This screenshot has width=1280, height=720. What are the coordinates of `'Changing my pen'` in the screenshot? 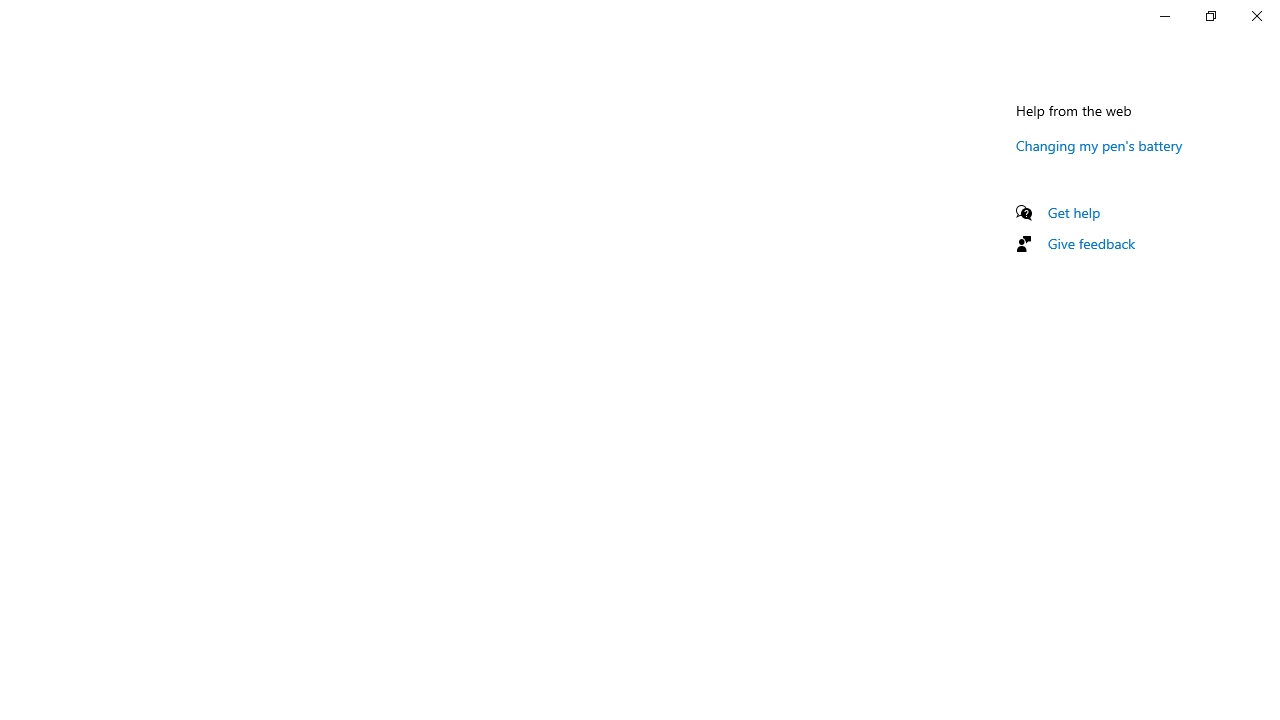 It's located at (1098, 144).